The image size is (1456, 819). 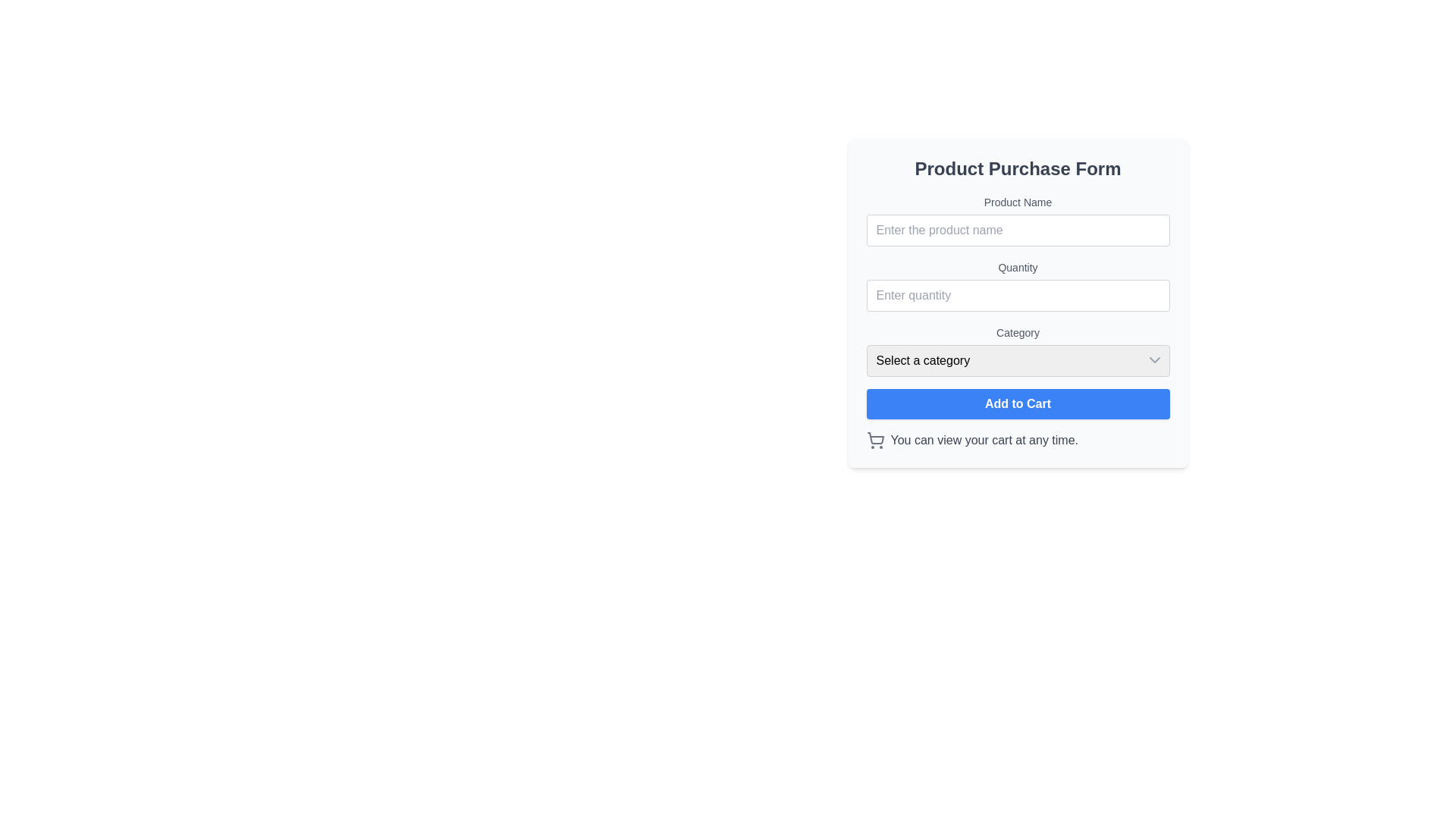 What do you see at coordinates (1018, 350) in the screenshot?
I see `the 'Category' dropdown menu` at bounding box center [1018, 350].